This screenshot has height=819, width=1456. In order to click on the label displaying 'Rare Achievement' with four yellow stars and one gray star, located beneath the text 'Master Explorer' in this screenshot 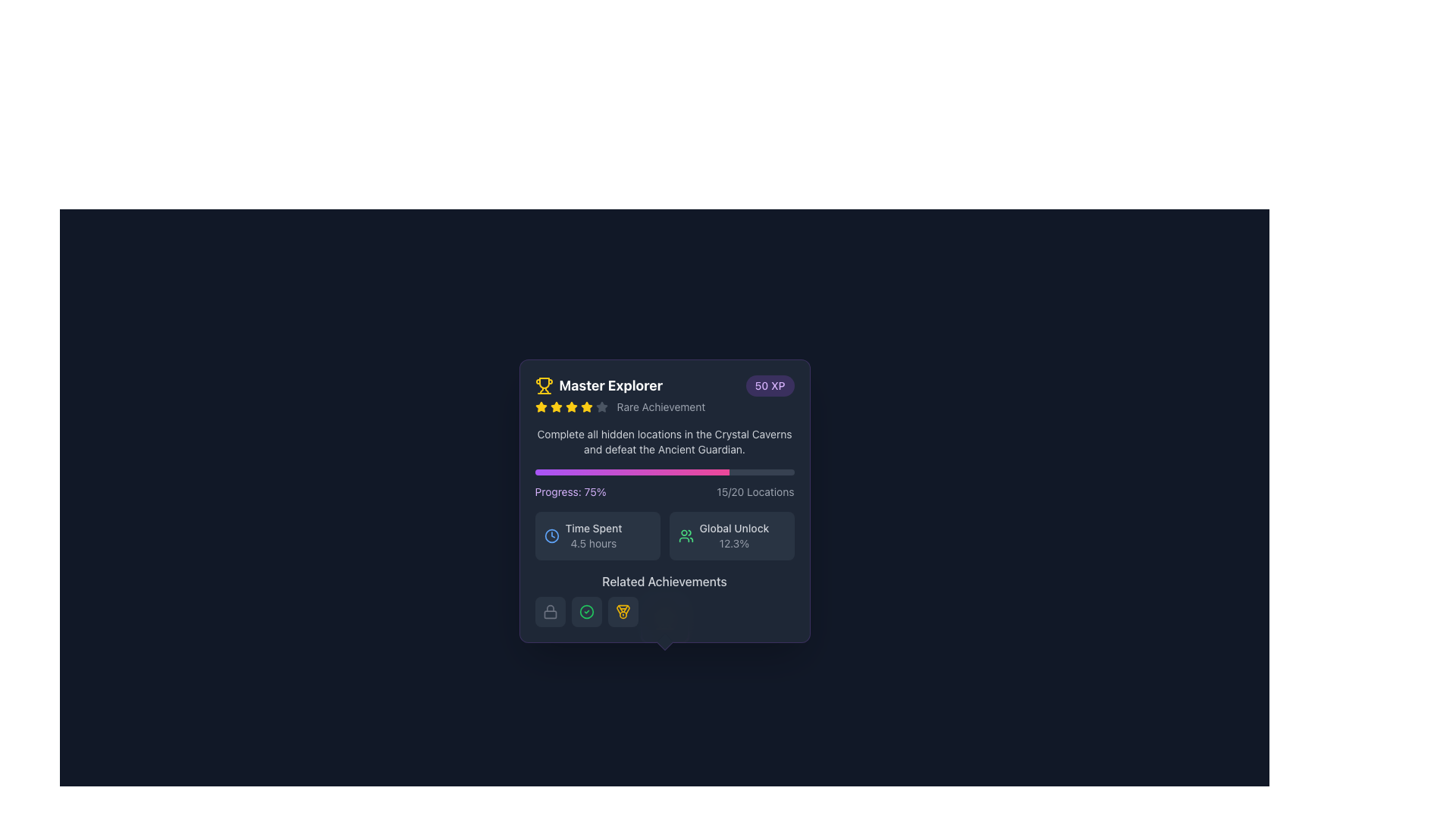, I will do `click(620, 406)`.